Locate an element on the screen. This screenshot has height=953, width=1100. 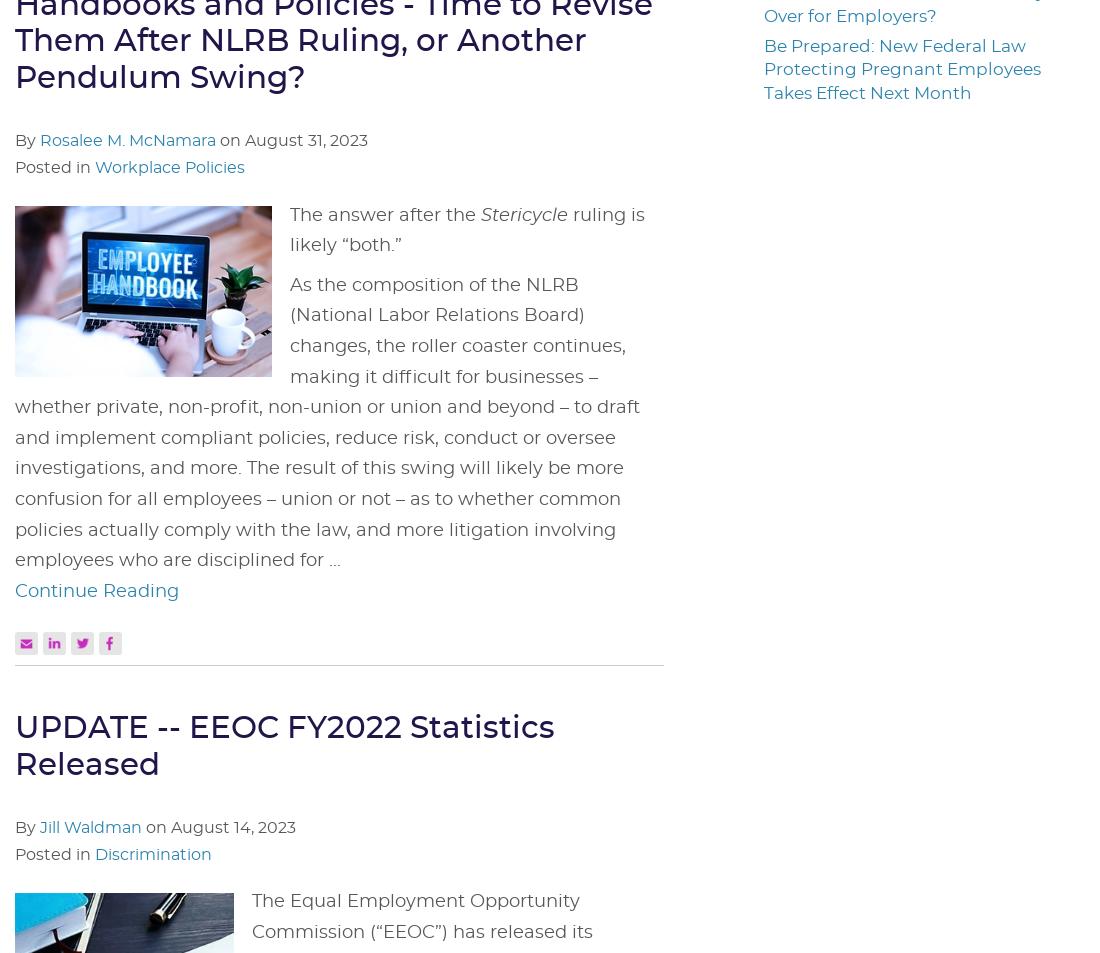
'ruling is likely “both.”' is located at coordinates (465, 229).